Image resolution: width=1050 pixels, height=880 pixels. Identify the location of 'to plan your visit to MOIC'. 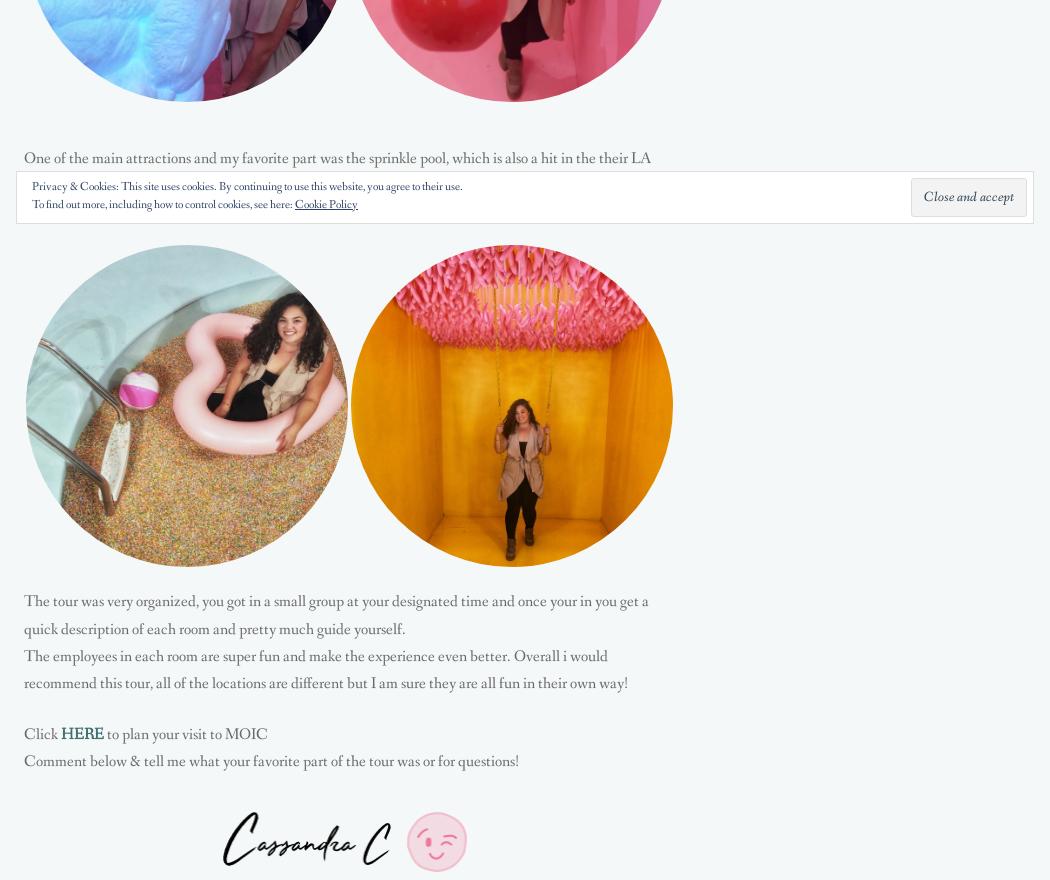
(185, 733).